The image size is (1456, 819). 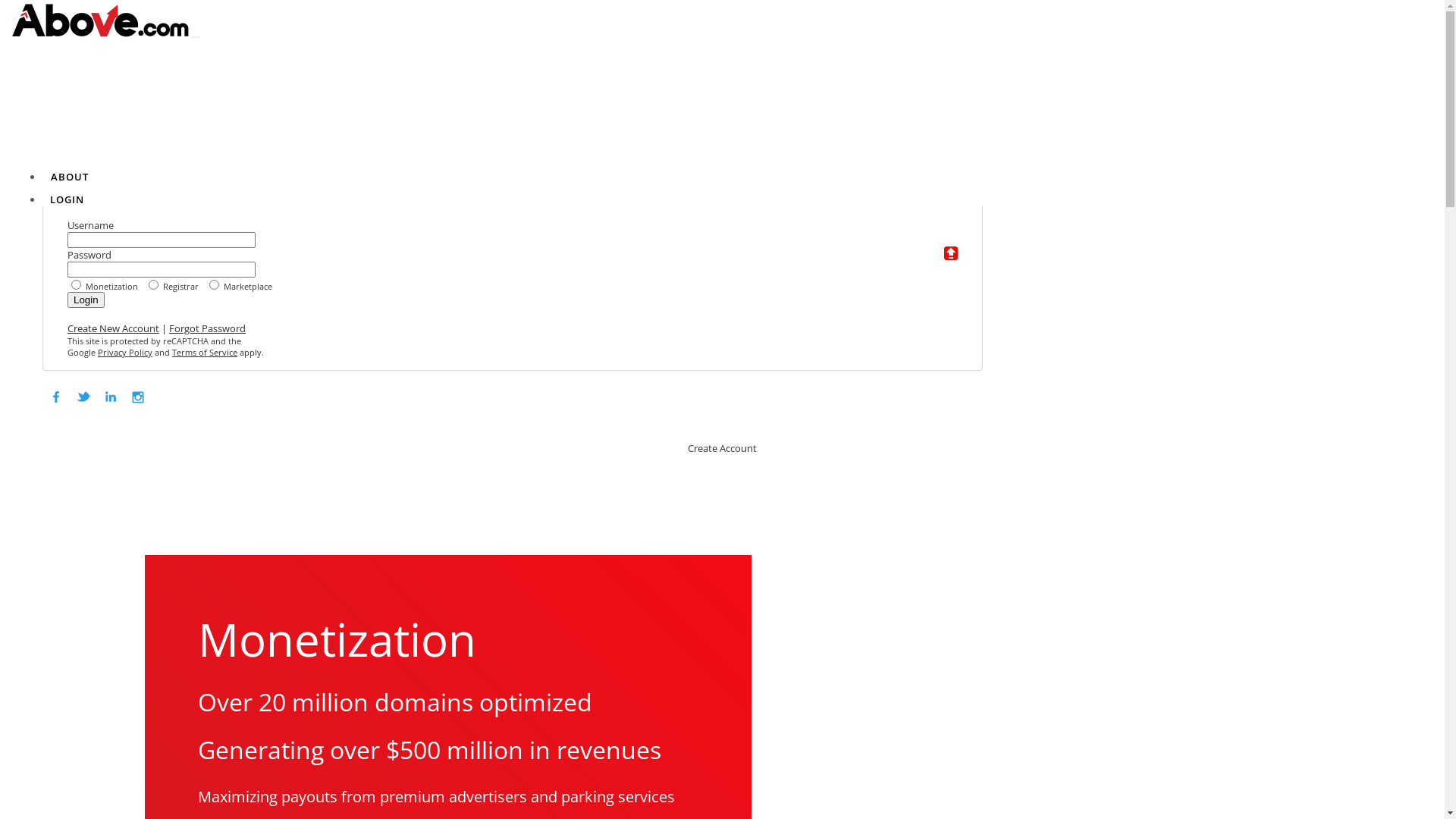 I want to click on 'Marketplace', so click(x=667, y=391).